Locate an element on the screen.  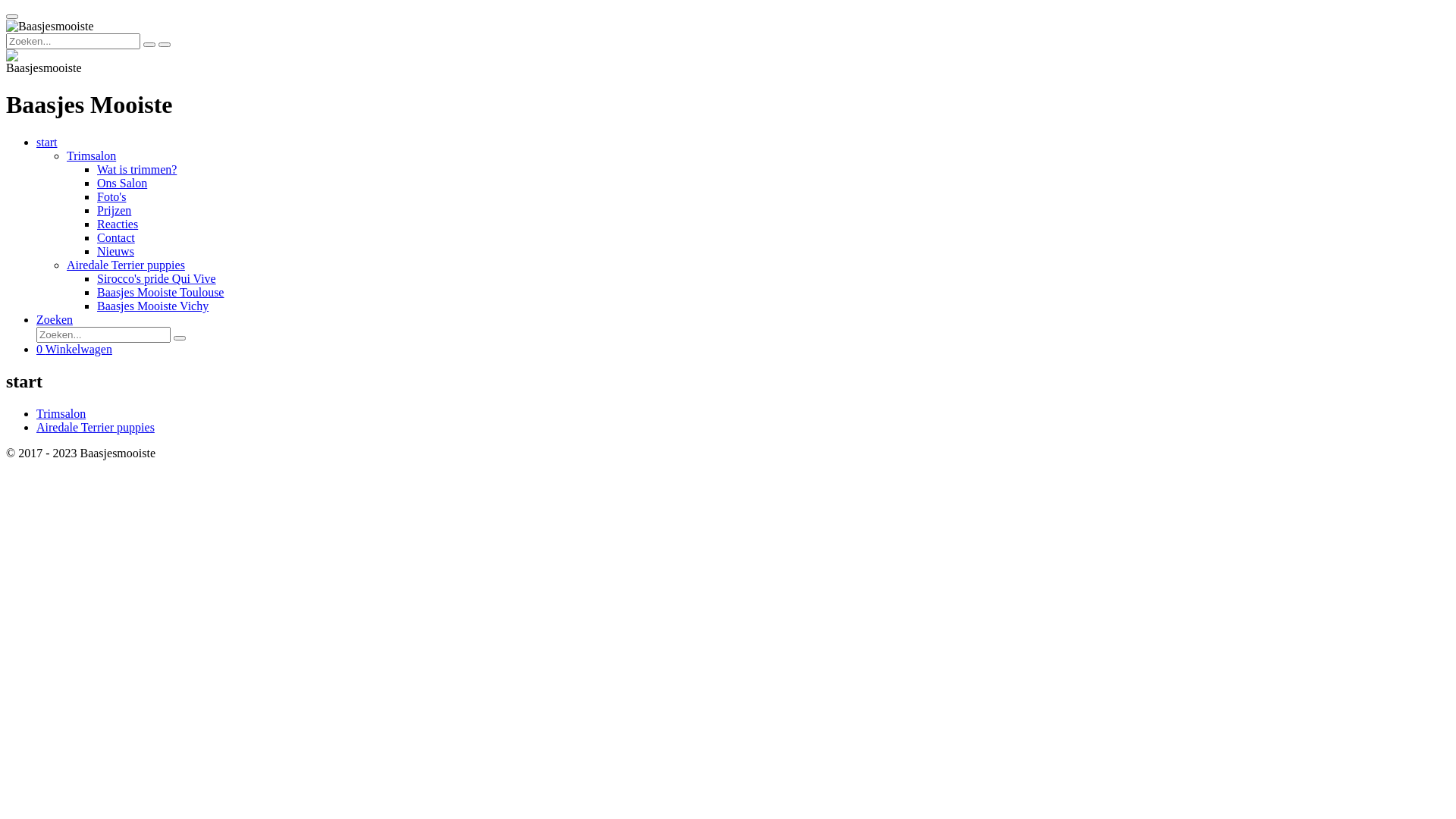
'Sirocco's pride Qui Vive' is located at coordinates (156, 278).